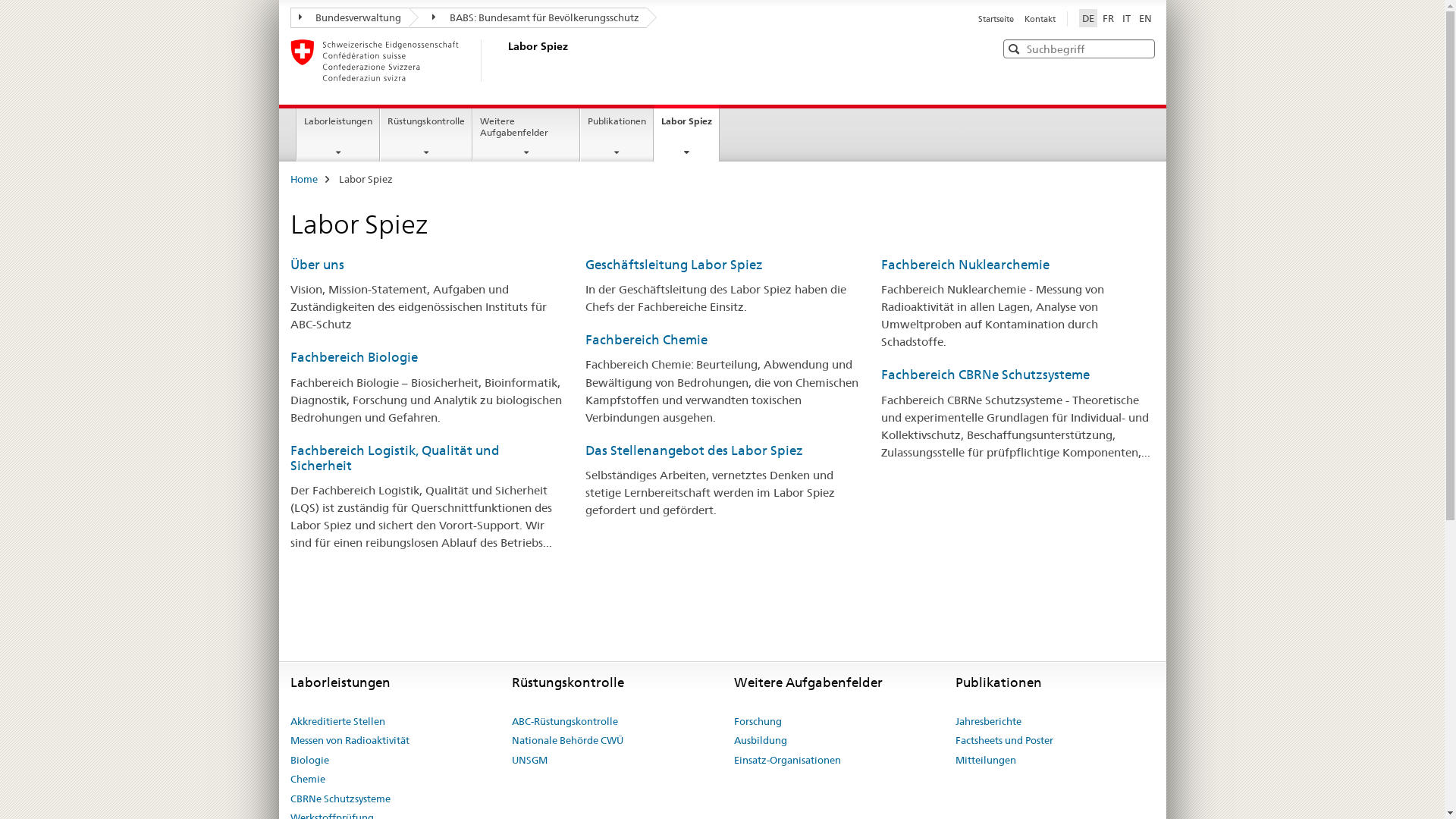  What do you see at coordinates (338, 798) in the screenshot?
I see `'CBRNe Schutzsysteme'` at bounding box center [338, 798].